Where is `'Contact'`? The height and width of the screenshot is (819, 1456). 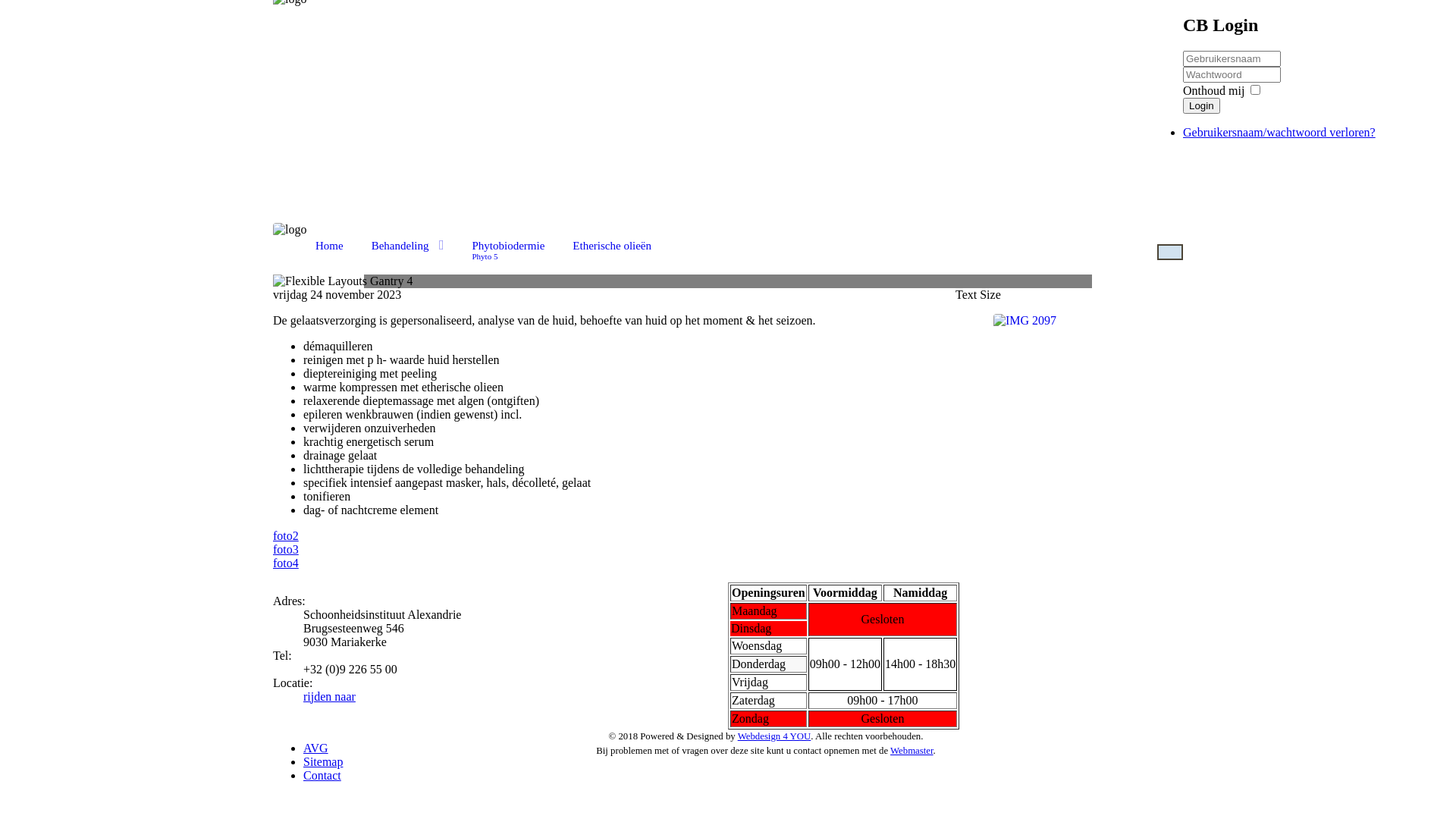
'Contact' is located at coordinates (322, 775).